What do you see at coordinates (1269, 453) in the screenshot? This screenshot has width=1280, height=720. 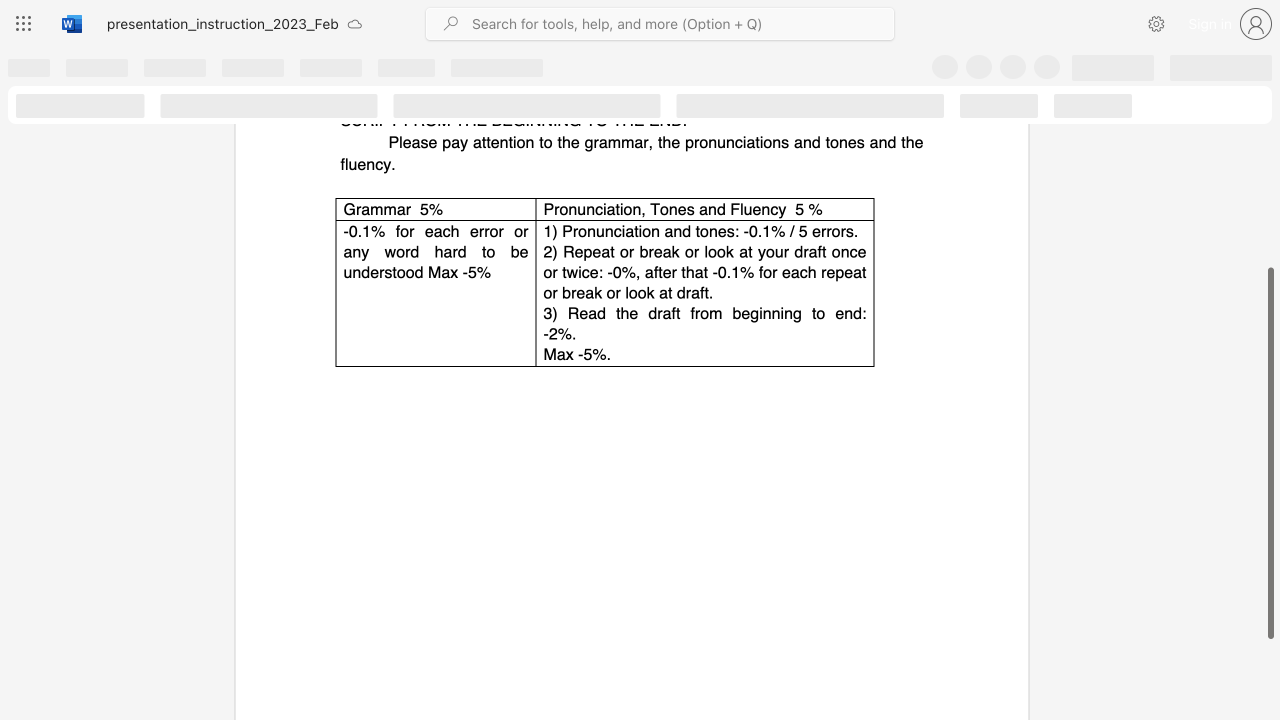 I see `the scrollbar and move down 110 pixels` at bounding box center [1269, 453].